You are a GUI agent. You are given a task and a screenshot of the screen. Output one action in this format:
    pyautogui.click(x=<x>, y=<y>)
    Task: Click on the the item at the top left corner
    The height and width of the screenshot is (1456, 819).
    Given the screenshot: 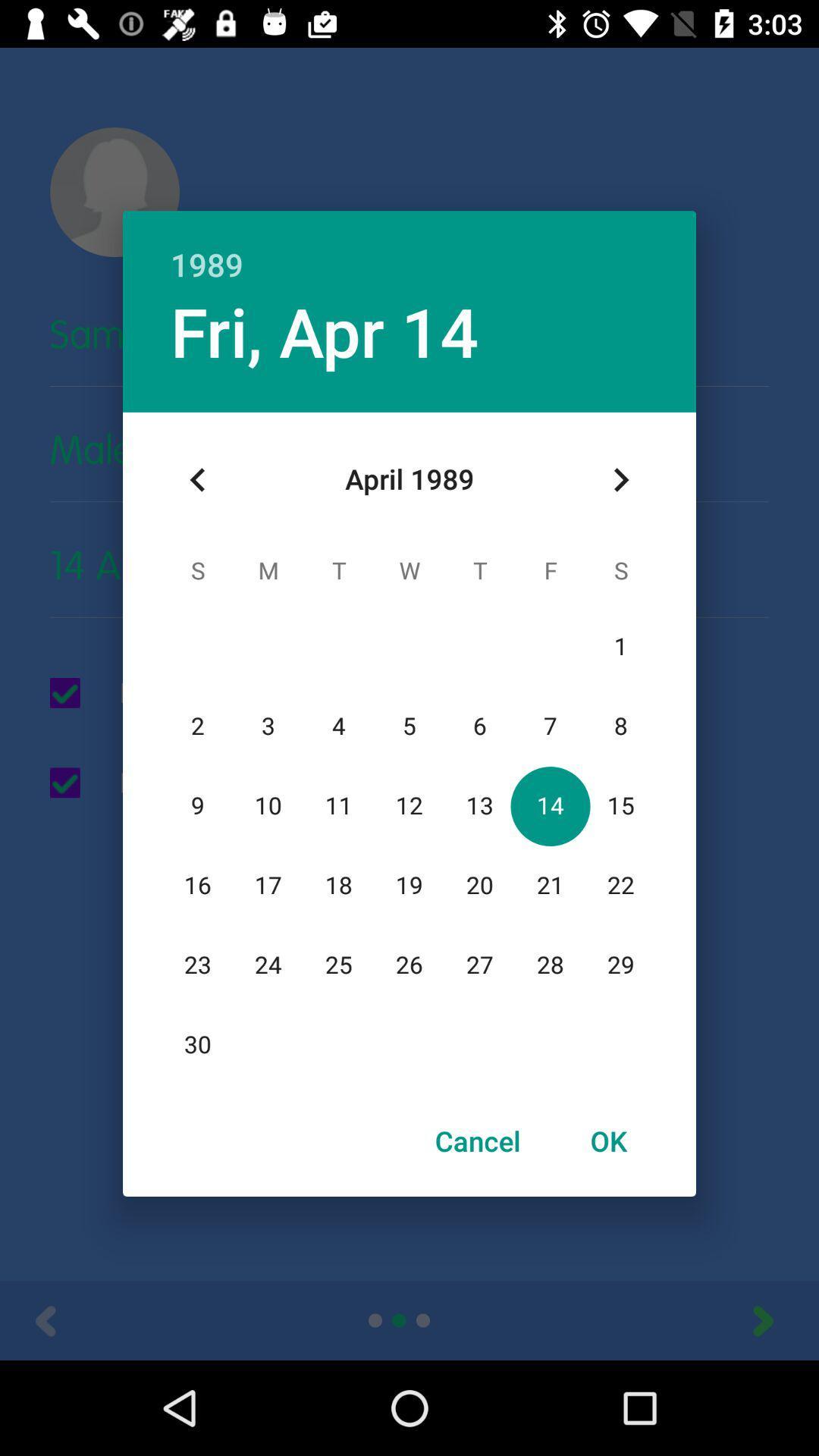 What is the action you would take?
    pyautogui.click(x=197, y=479)
    